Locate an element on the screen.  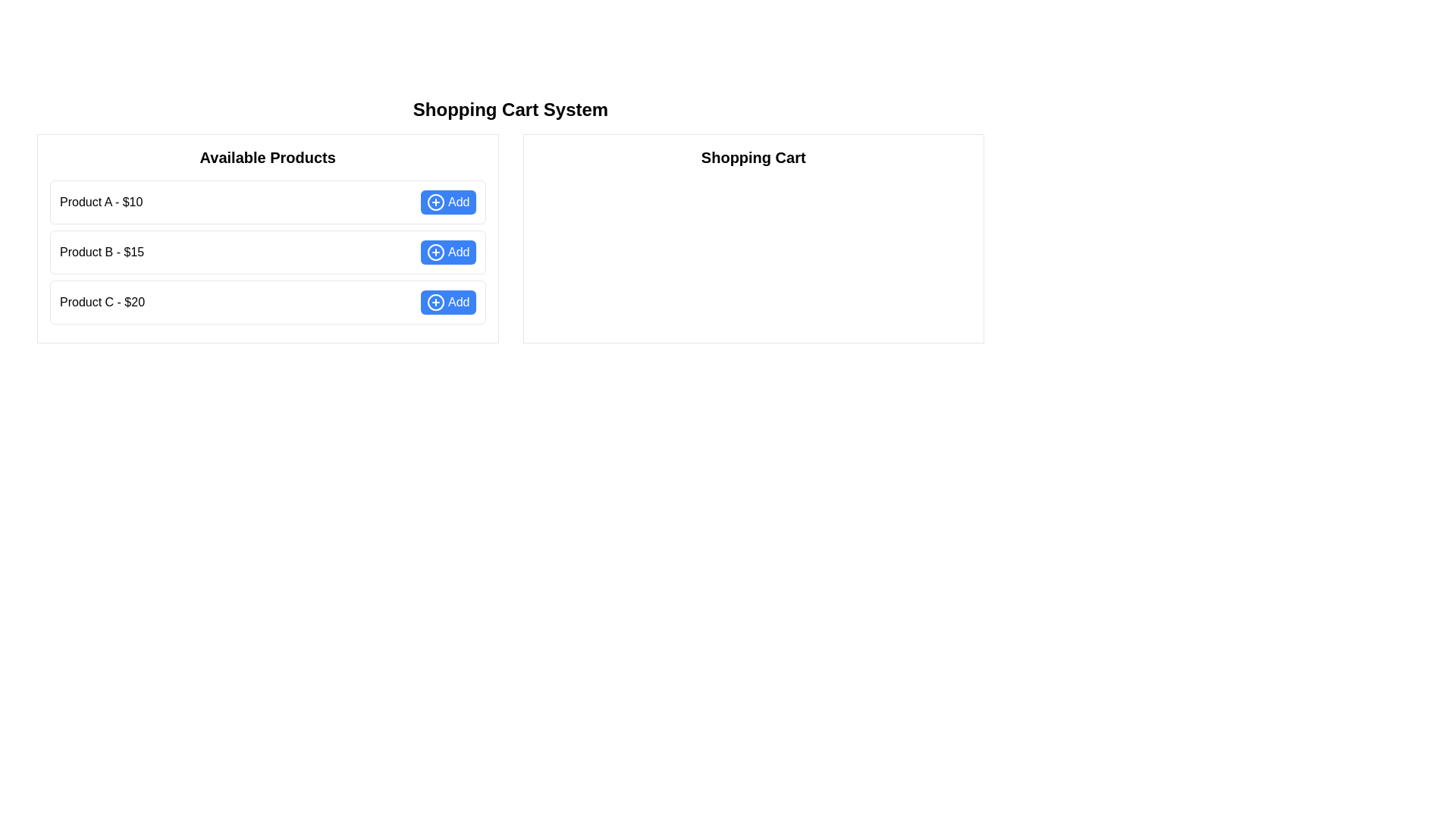
the button that allows users to add 'Product C - $20' to the shopping cart, located at the far-right of the third row in the 'Available Products' section is located at coordinates (447, 302).